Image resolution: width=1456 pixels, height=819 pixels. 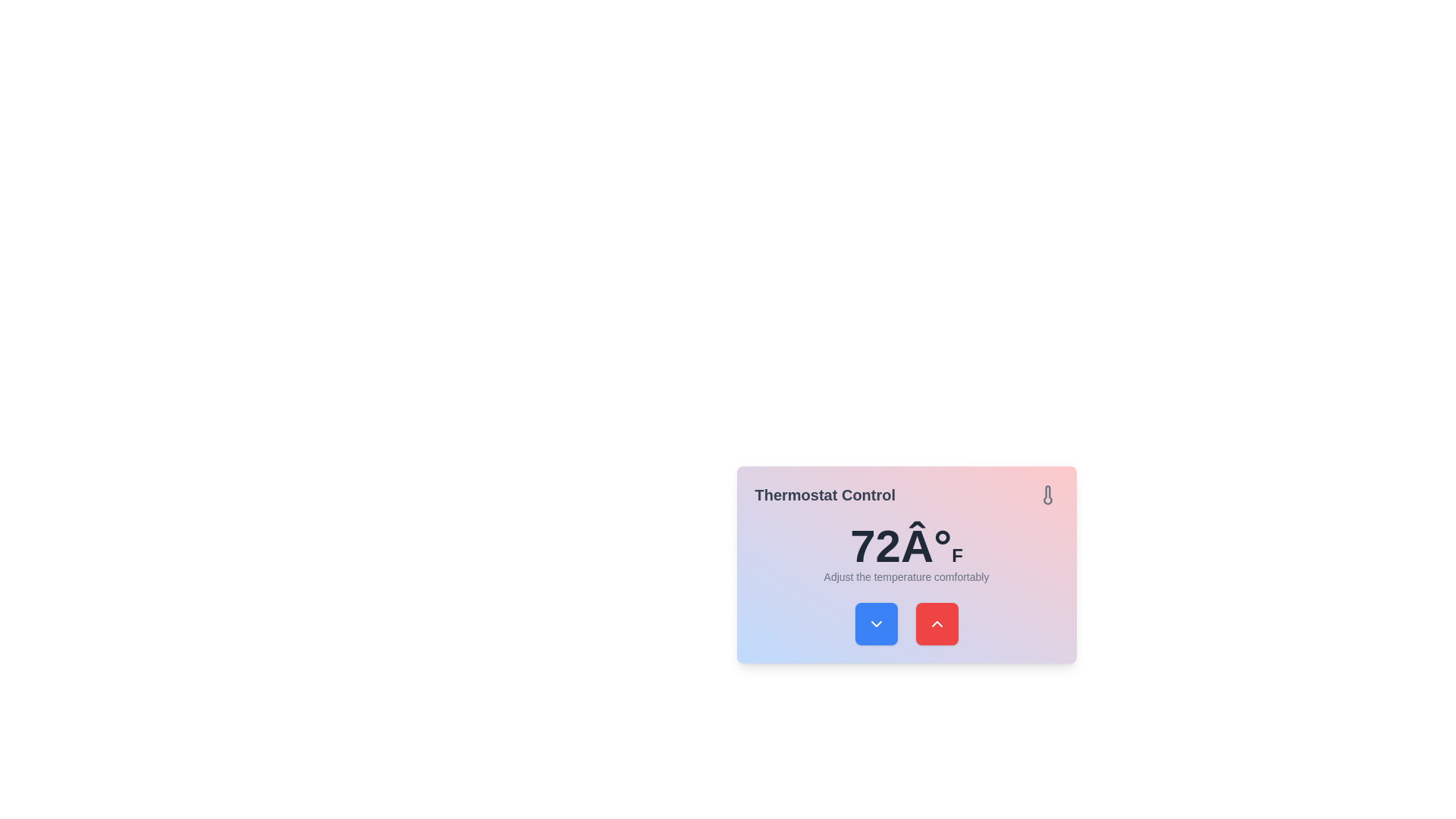 What do you see at coordinates (906, 547) in the screenshot?
I see `the static text display that indicates the current temperature setting, located centrally beneath the 'Thermostat Control' label` at bounding box center [906, 547].